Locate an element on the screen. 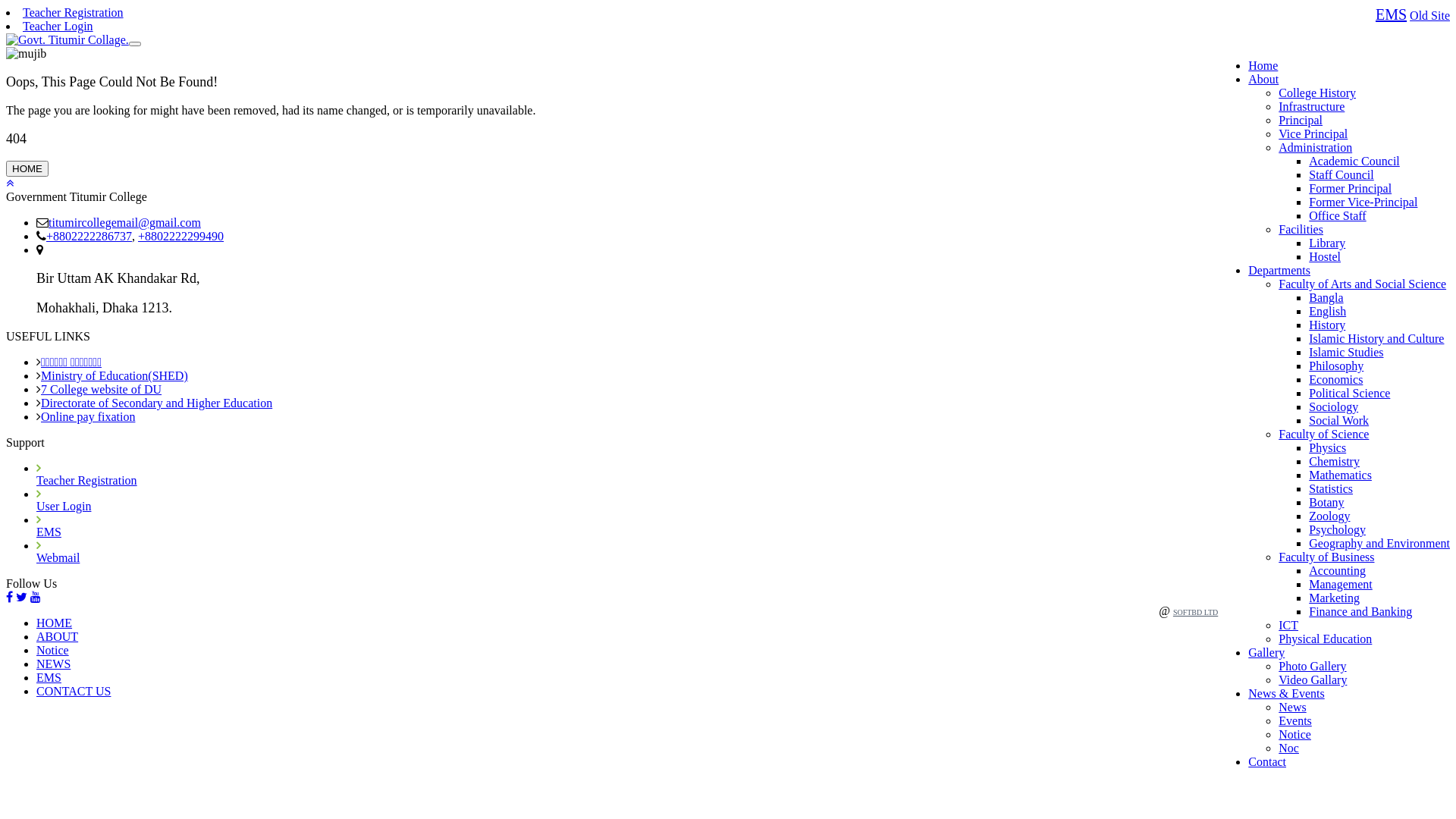  'Faculty of Arts and Social Science' is located at coordinates (1277, 284).